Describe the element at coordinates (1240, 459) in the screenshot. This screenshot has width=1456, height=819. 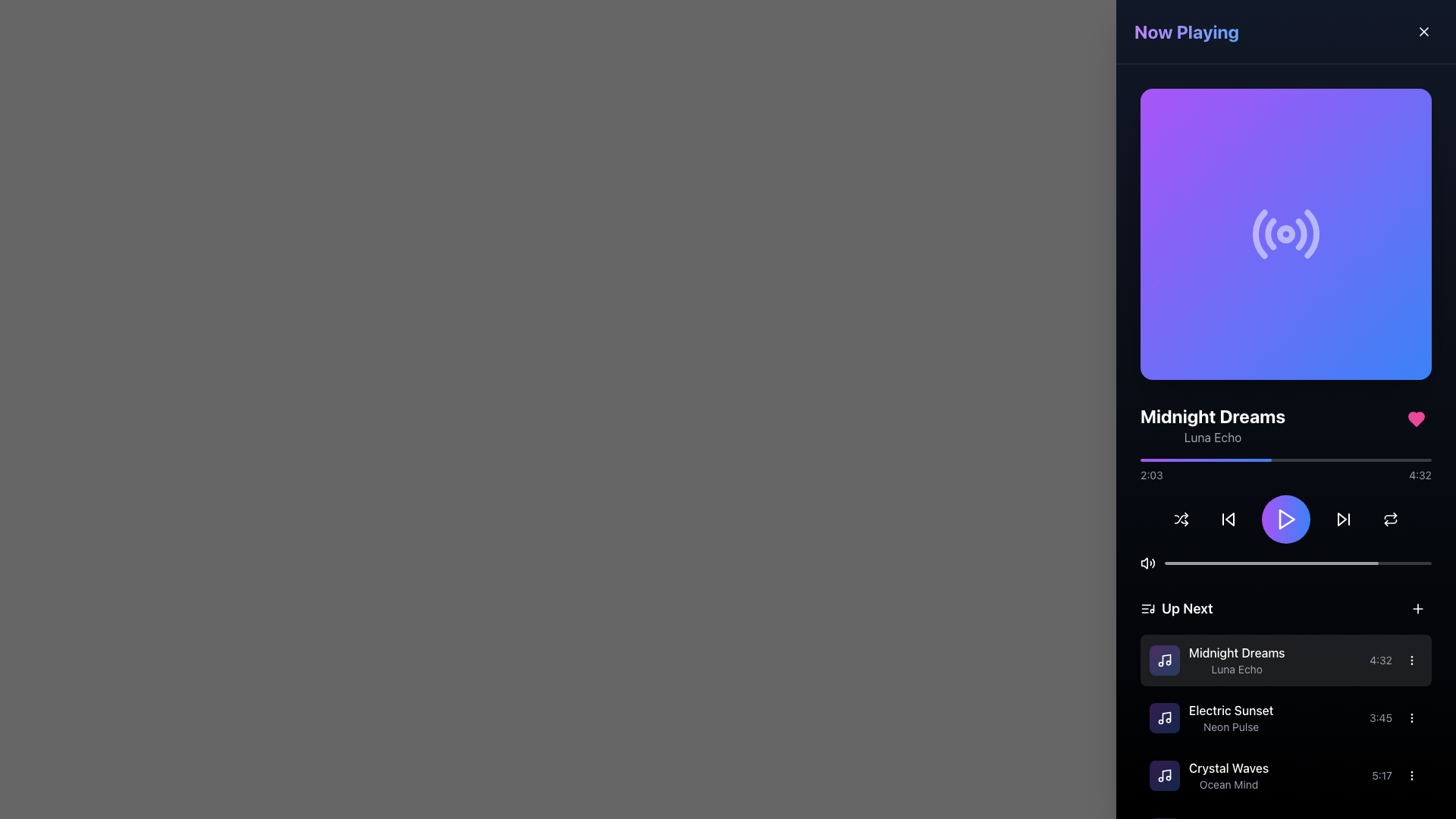
I see `the playback position` at that location.